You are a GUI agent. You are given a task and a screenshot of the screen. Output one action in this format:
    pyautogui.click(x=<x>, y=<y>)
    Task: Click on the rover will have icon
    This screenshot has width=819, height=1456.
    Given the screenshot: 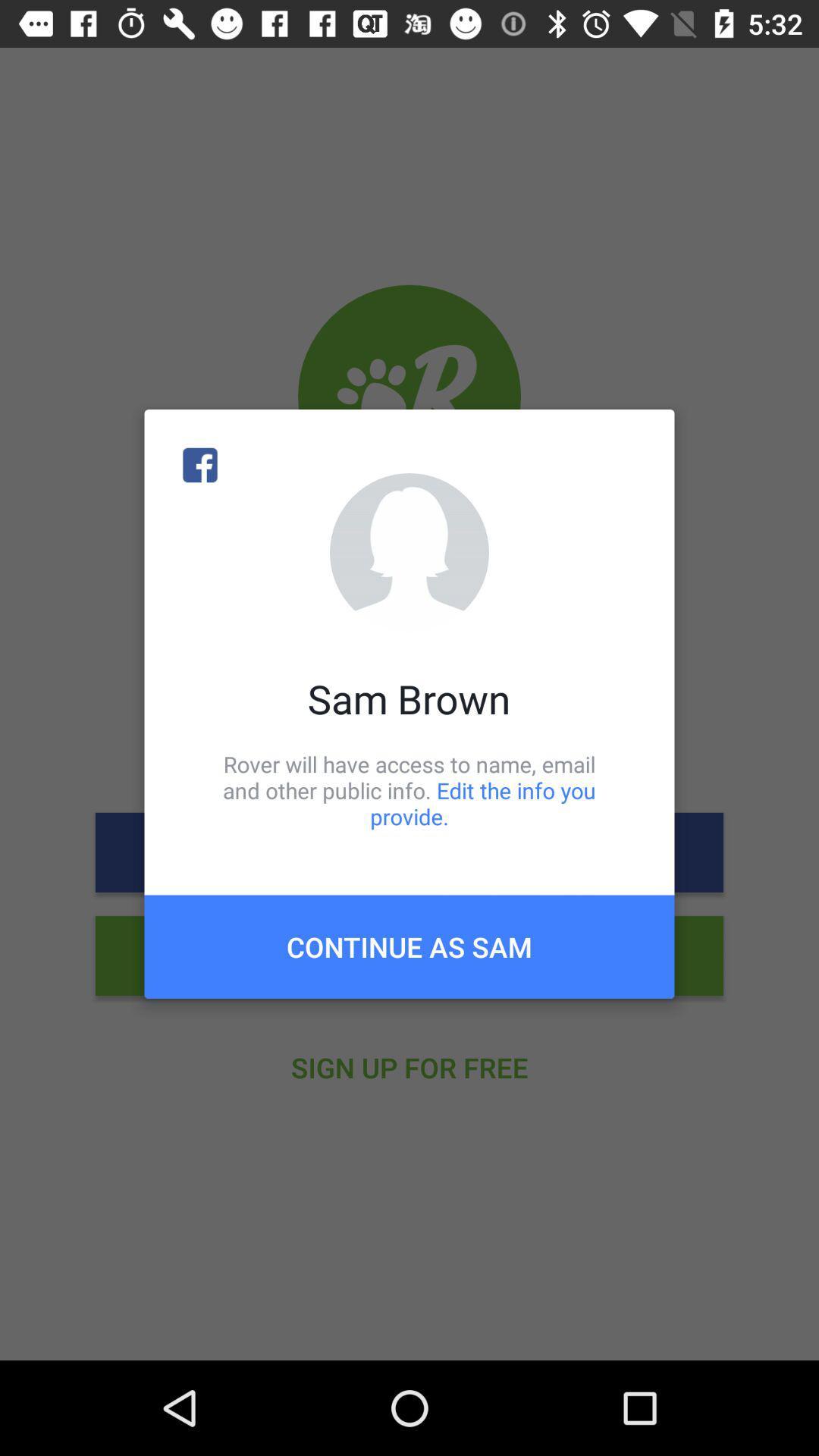 What is the action you would take?
    pyautogui.click(x=409, y=789)
    